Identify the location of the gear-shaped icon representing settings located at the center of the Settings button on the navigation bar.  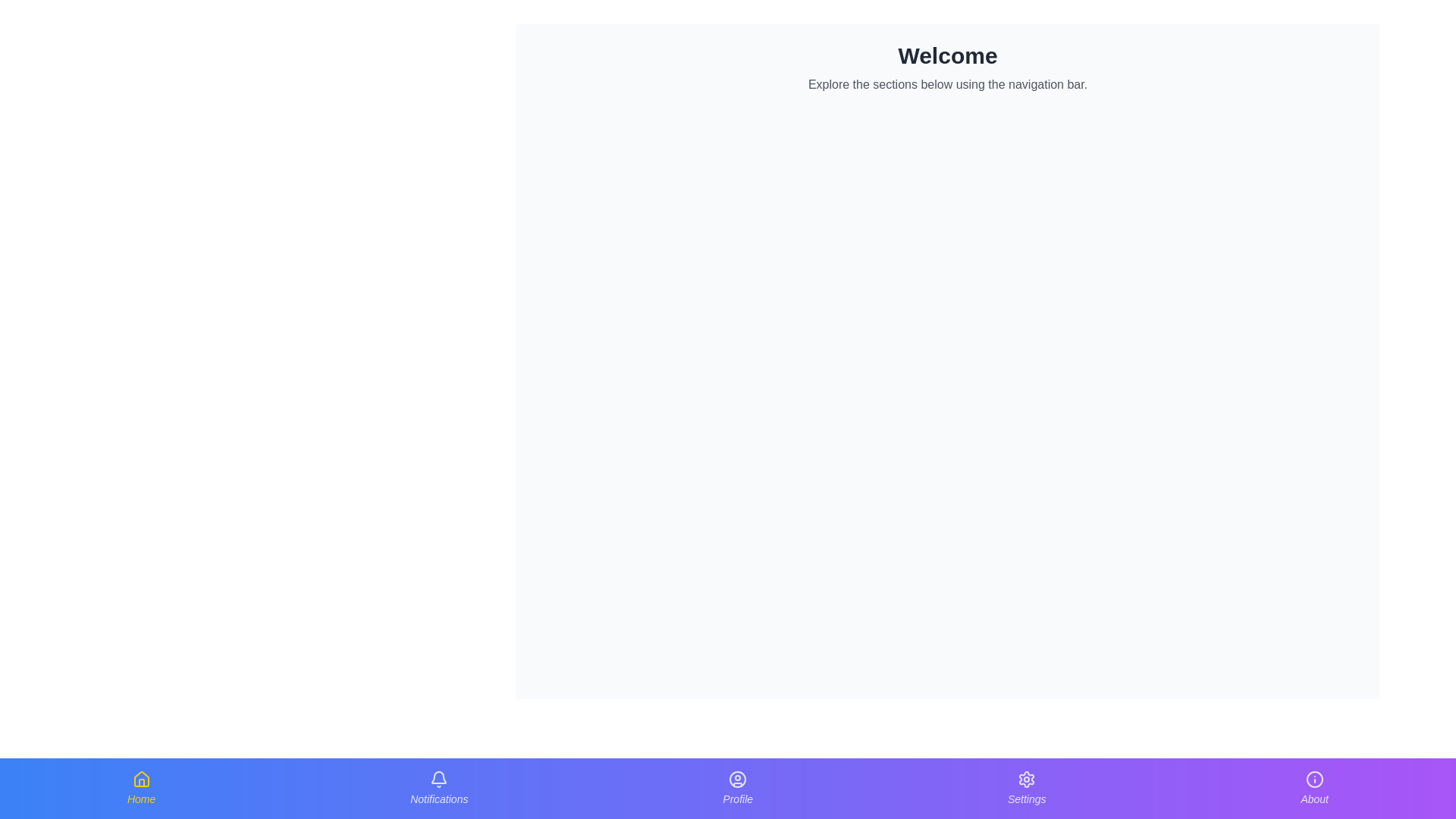
(1027, 780).